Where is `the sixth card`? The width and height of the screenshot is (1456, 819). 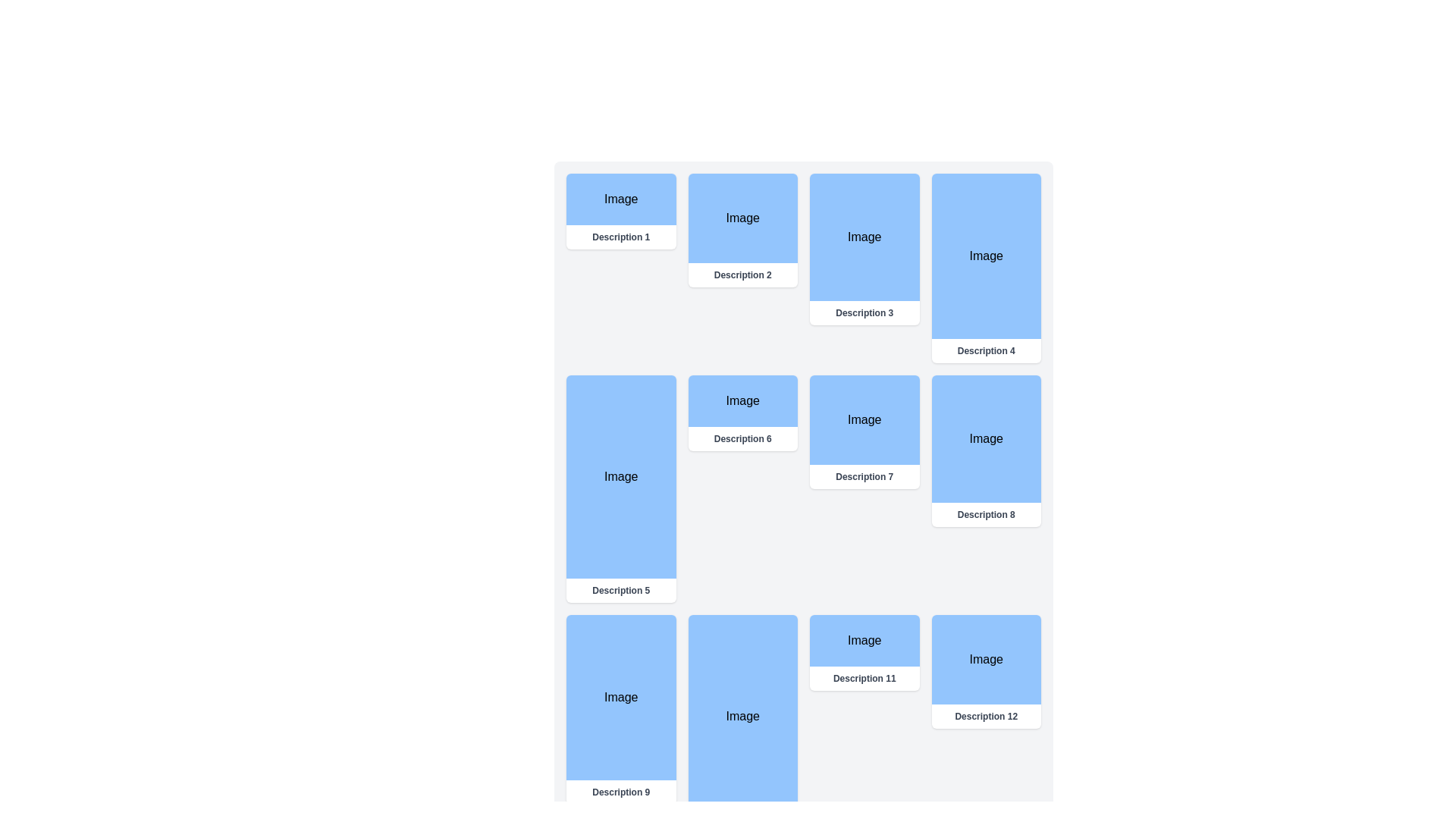
the sixth card is located at coordinates (742, 413).